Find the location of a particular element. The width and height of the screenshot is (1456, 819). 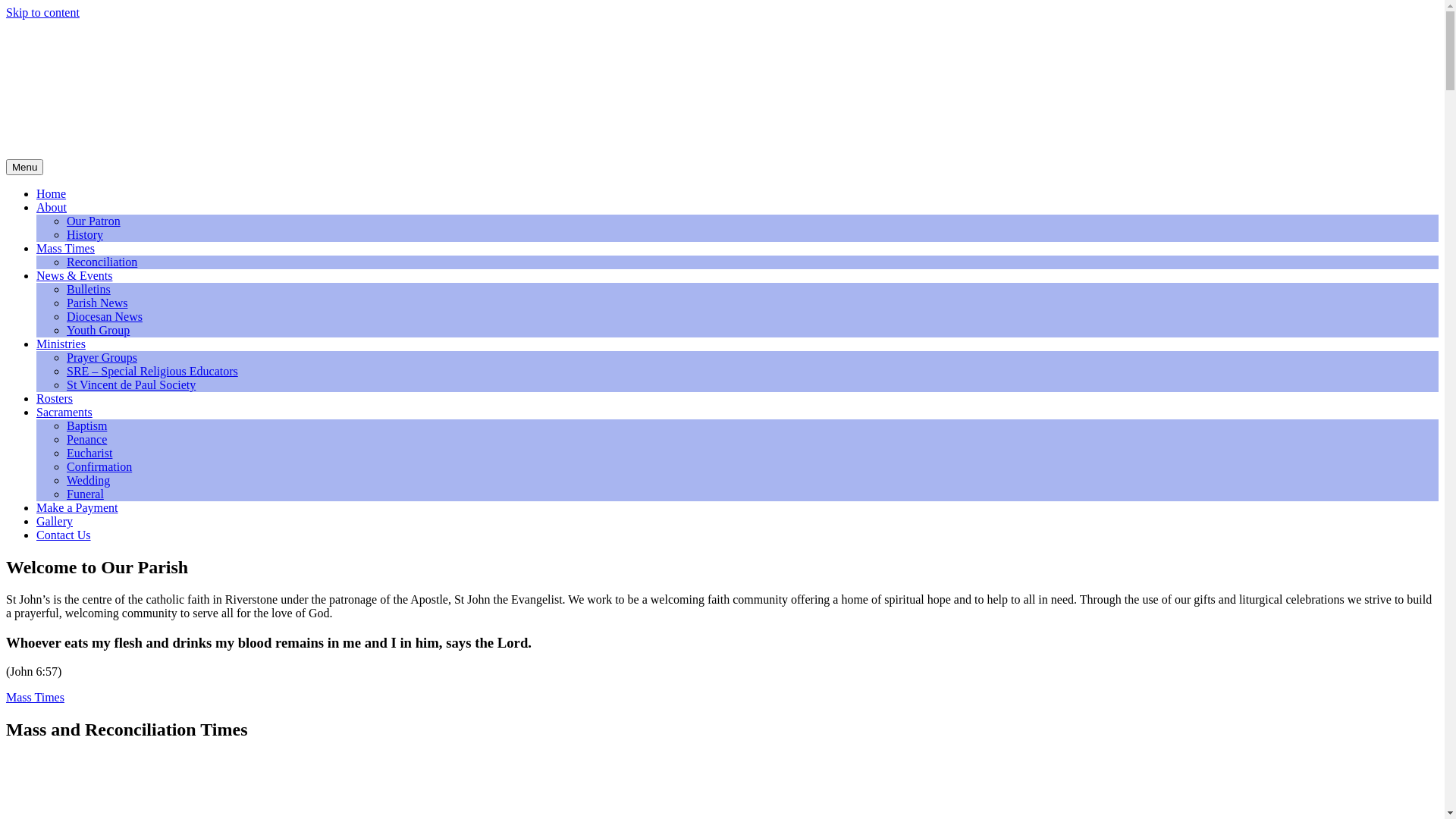

'Skip to content' is located at coordinates (6, 12).